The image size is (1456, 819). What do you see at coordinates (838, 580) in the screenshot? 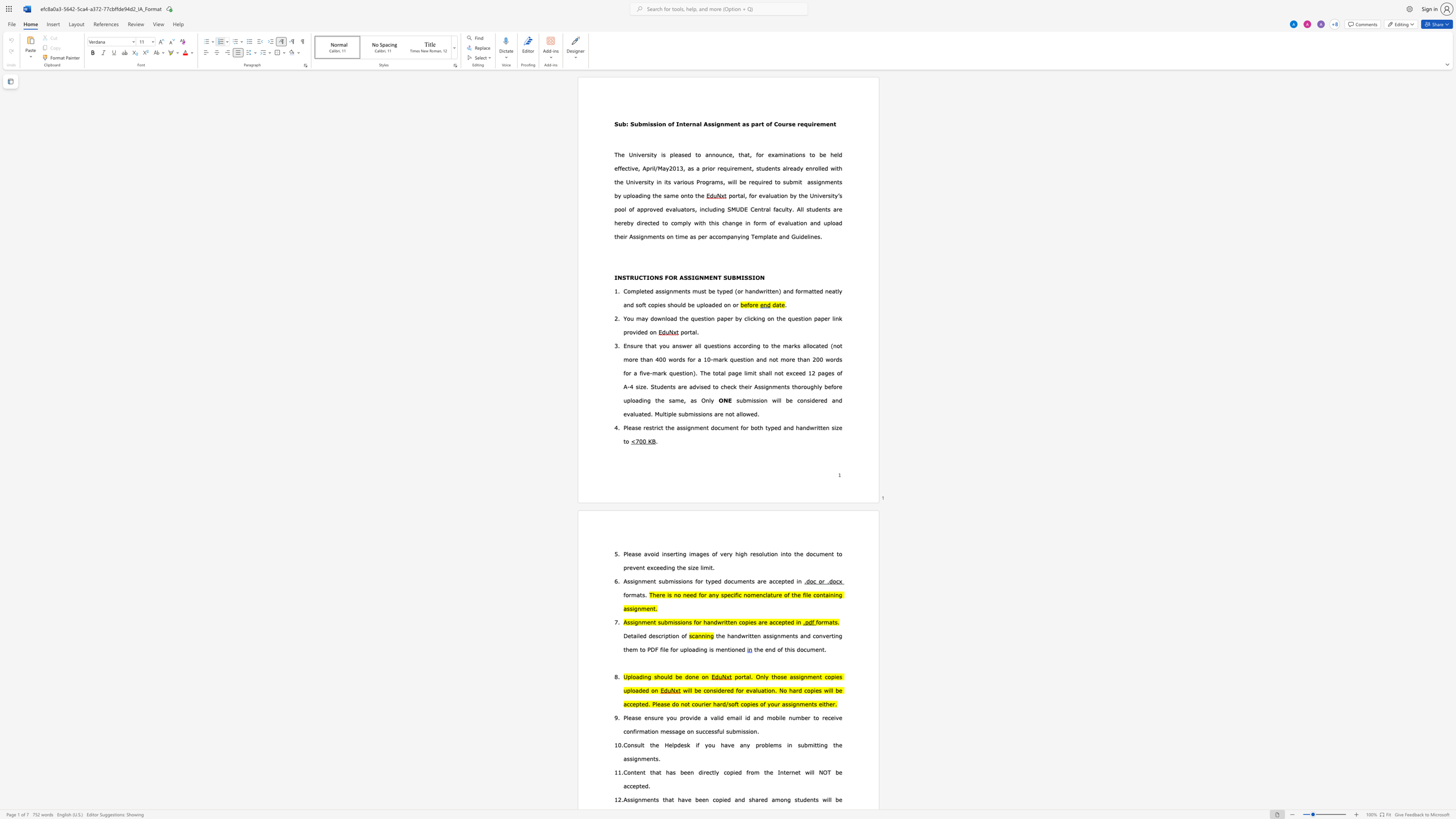
I see `the space between the continuous character "c" and "x" in the text` at bounding box center [838, 580].